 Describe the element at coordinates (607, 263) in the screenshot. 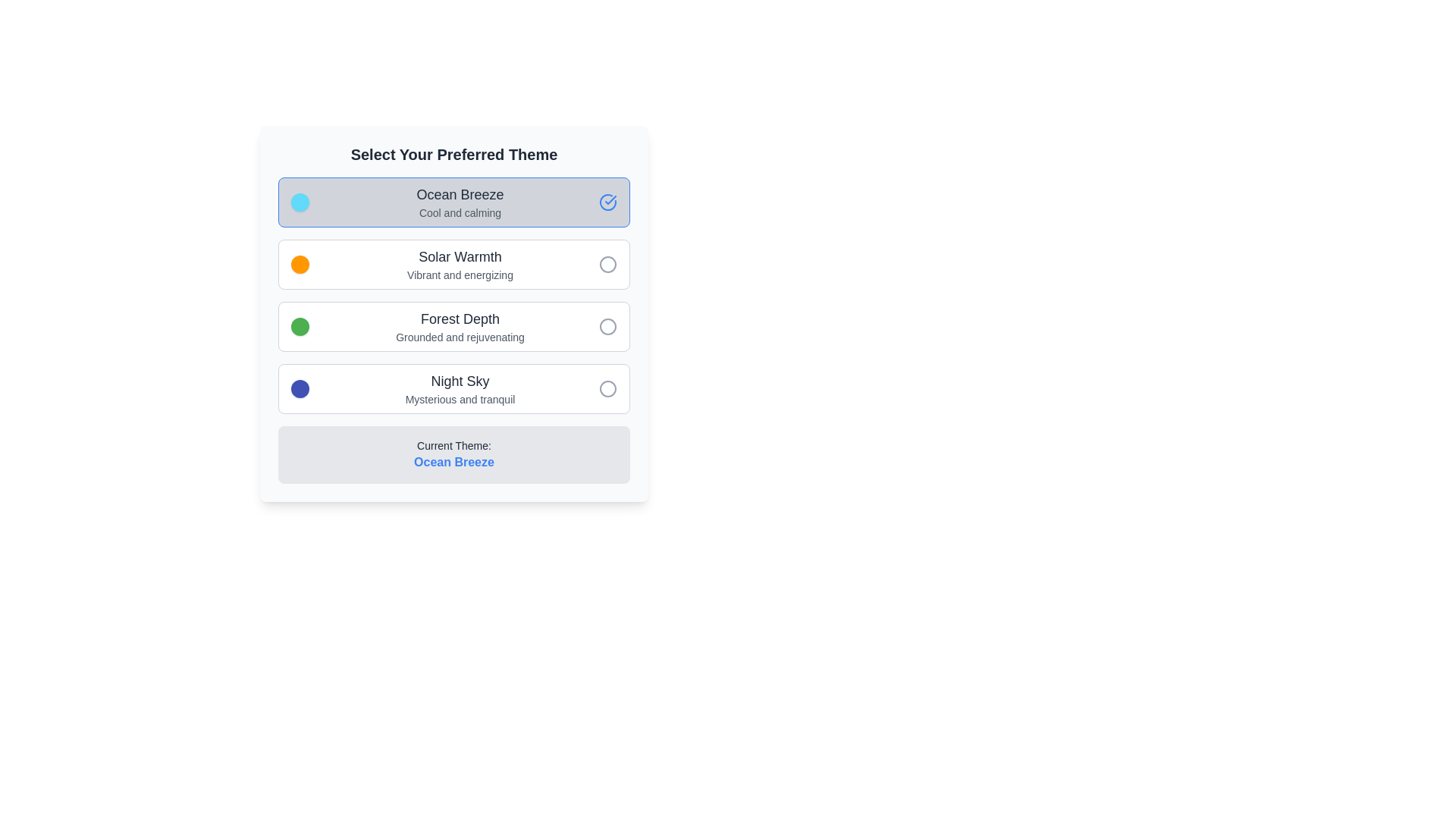

I see `the radio button for the 'Solar Warmth' theme, which is located at the far right side of the second item in the list of themes` at that location.